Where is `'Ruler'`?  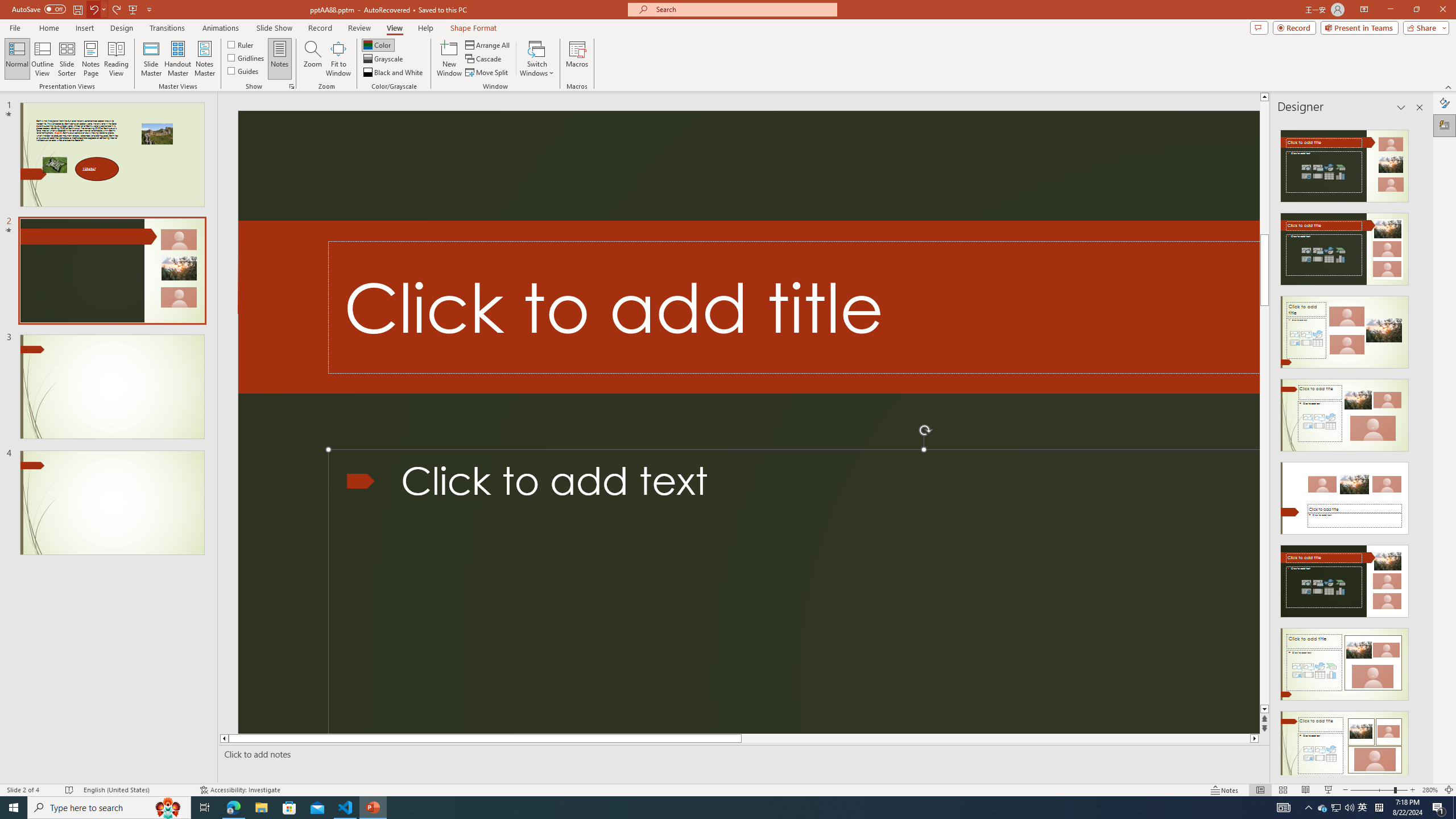 'Ruler' is located at coordinates (241, 44).